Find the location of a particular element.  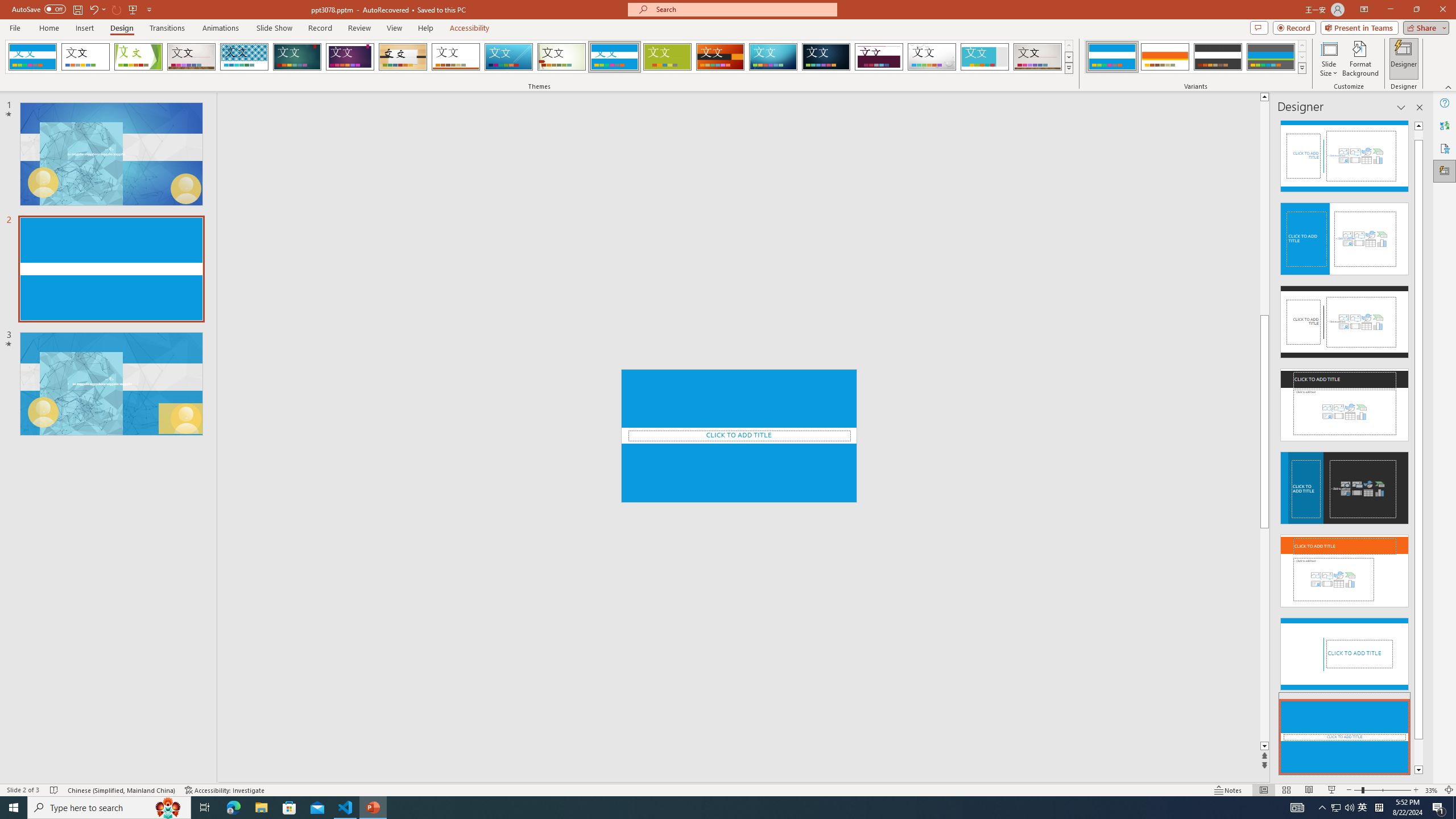

'Class: NetUIScrollBar' is located at coordinates (1418, 447).